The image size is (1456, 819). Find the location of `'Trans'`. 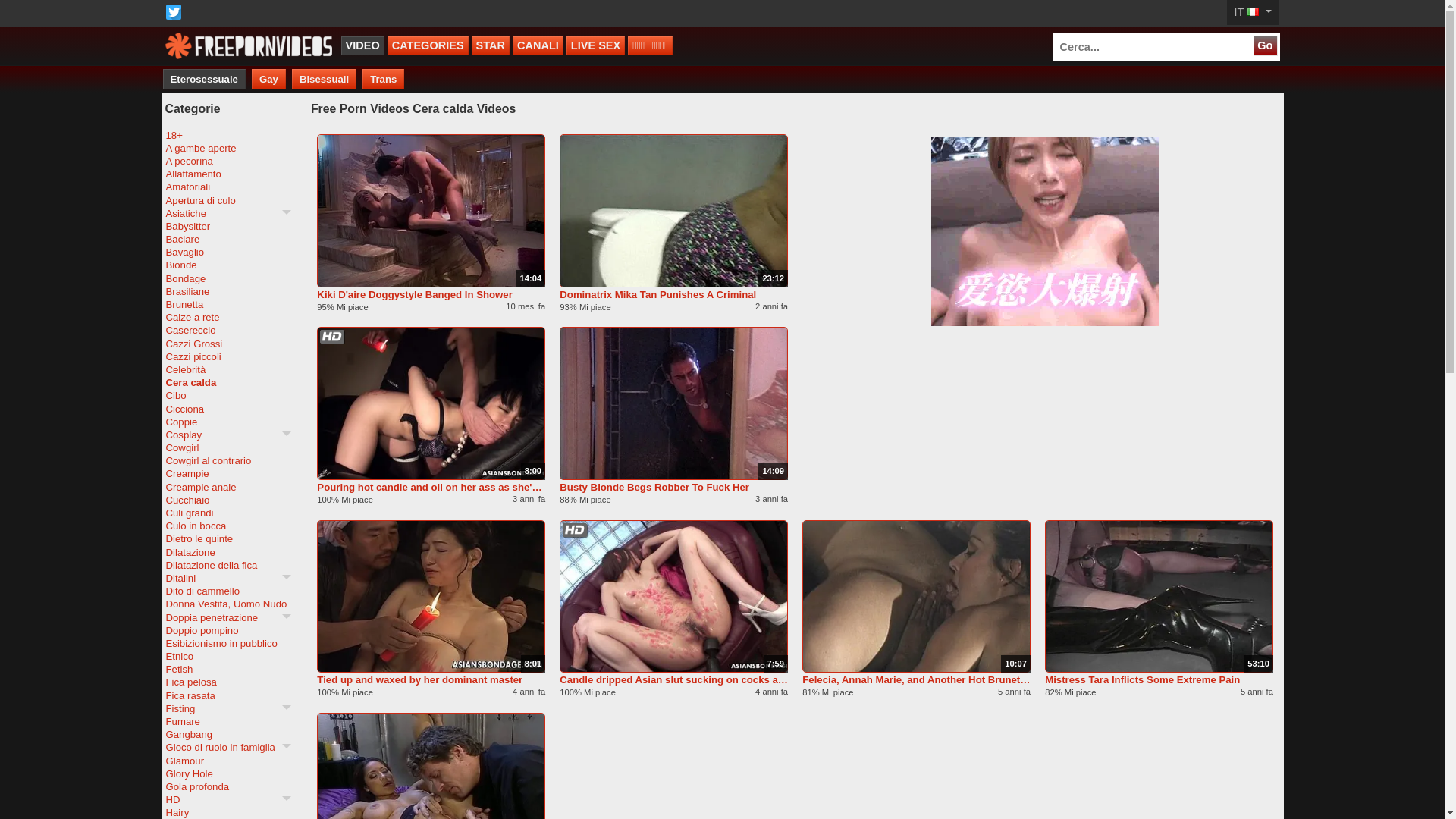

'Trans' is located at coordinates (383, 79).